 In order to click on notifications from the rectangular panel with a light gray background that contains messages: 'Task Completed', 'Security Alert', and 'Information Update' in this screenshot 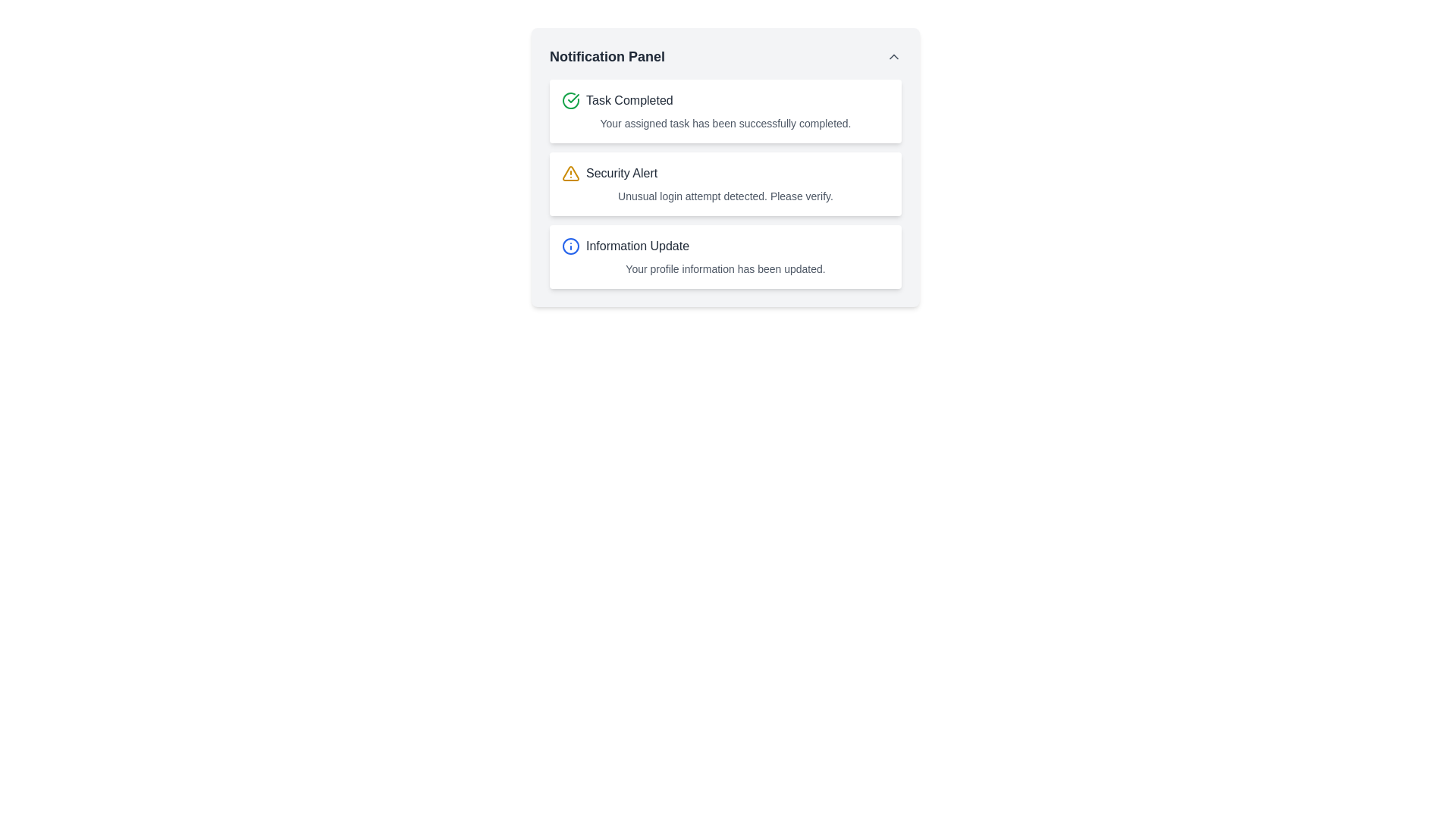, I will do `click(724, 167)`.